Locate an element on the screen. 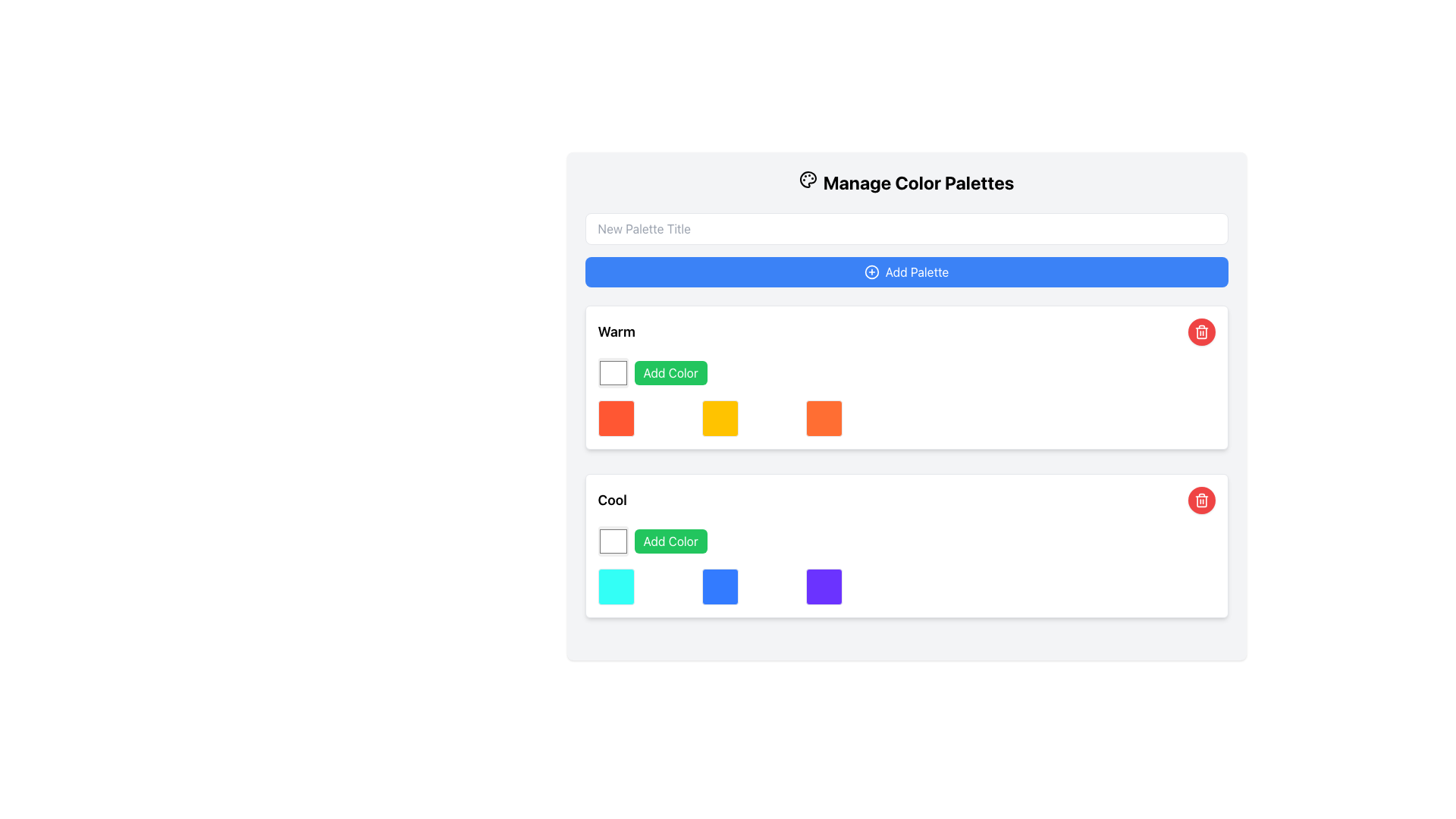  the delete button for the 'Warm' color palette located in the top-right corner of the palette section is located at coordinates (1200, 331).